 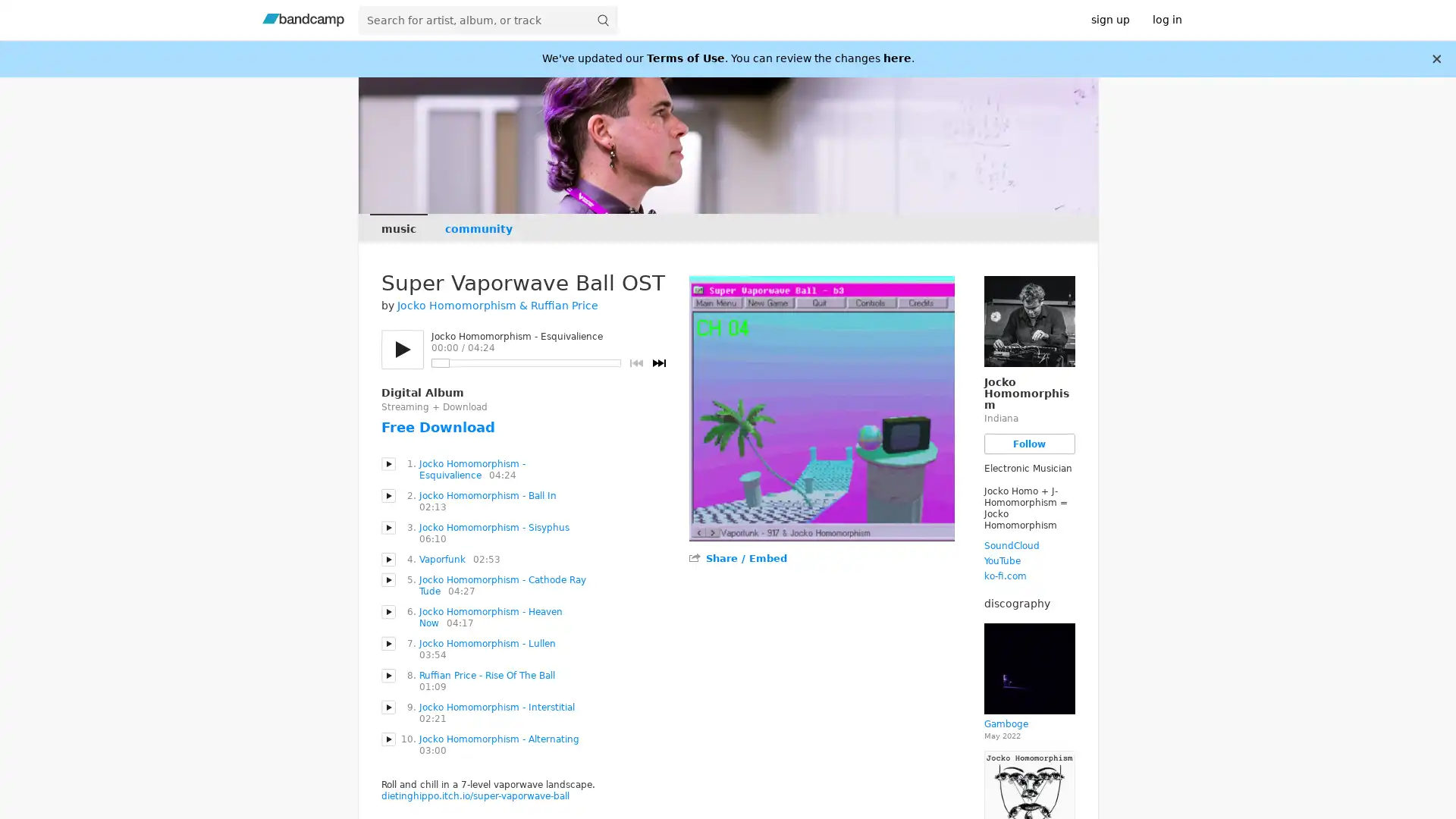 What do you see at coordinates (658, 362) in the screenshot?
I see `Next track` at bounding box center [658, 362].